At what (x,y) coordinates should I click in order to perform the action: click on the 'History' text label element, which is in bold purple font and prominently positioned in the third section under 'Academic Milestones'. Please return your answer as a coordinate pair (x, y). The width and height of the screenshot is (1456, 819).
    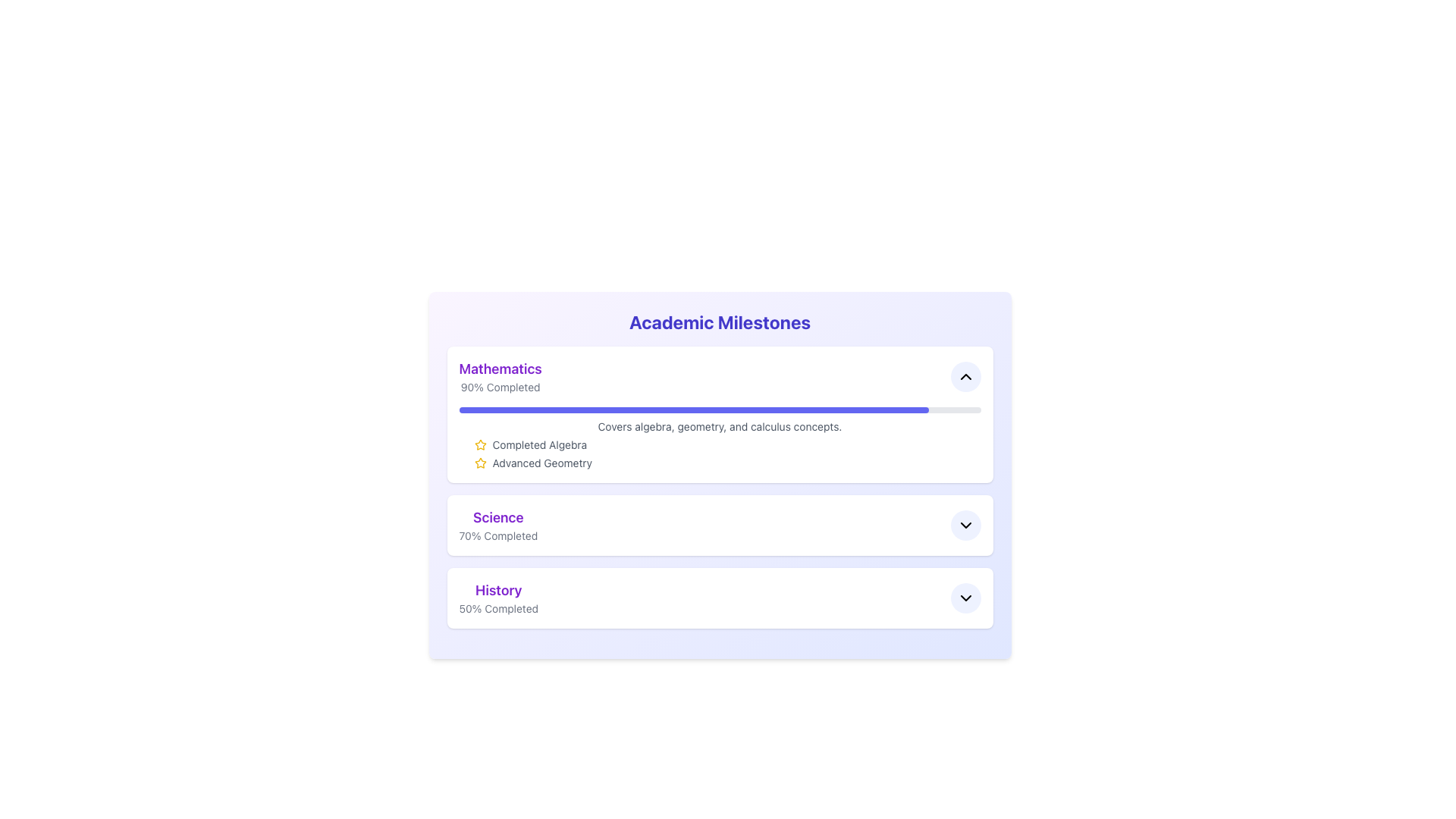
    Looking at the image, I should click on (498, 590).